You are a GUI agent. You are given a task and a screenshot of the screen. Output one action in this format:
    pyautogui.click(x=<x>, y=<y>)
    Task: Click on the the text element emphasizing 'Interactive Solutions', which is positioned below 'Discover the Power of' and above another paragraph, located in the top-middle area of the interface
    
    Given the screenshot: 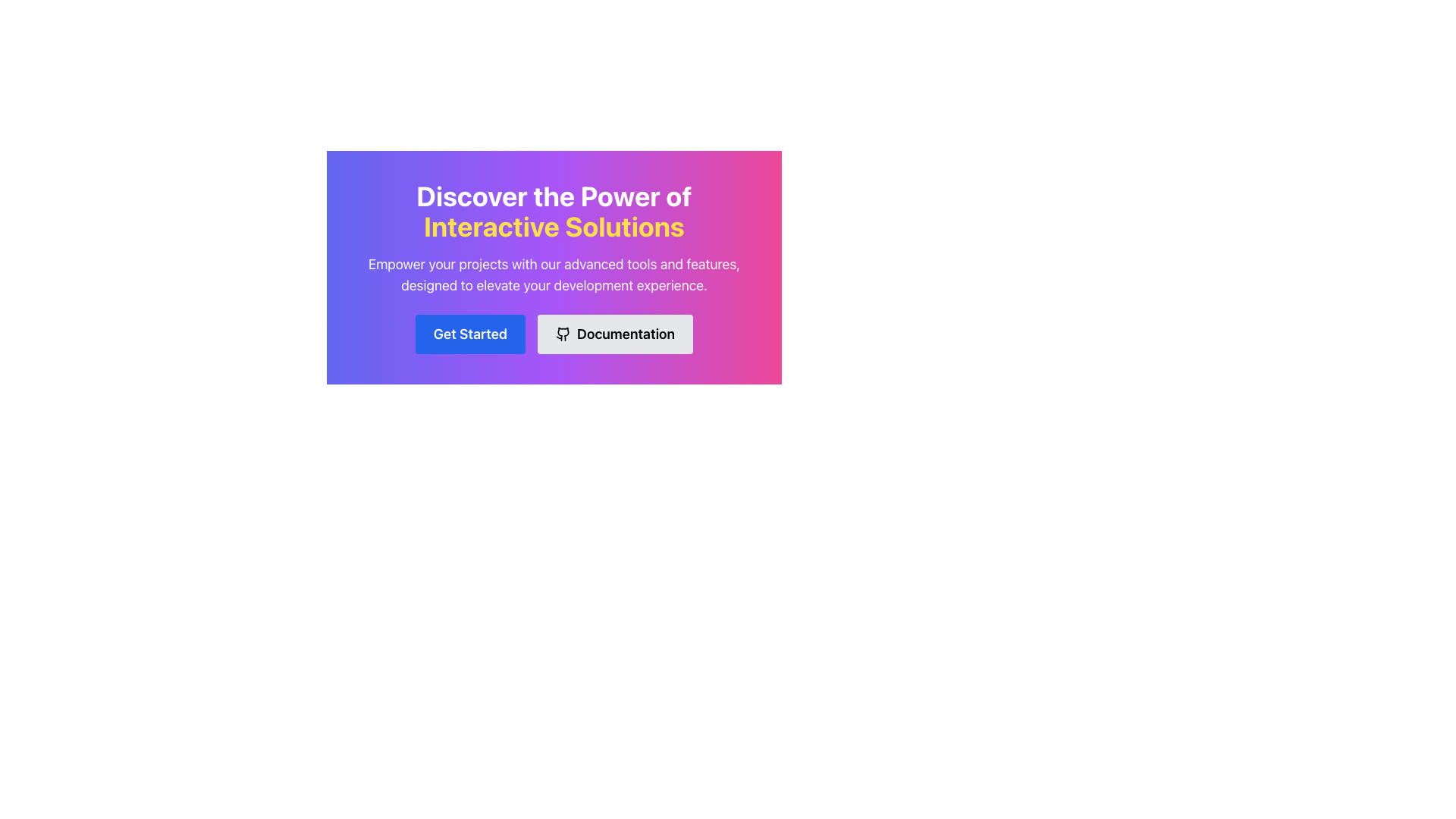 What is the action you would take?
    pyautogui.click(x=553, y=226)
    